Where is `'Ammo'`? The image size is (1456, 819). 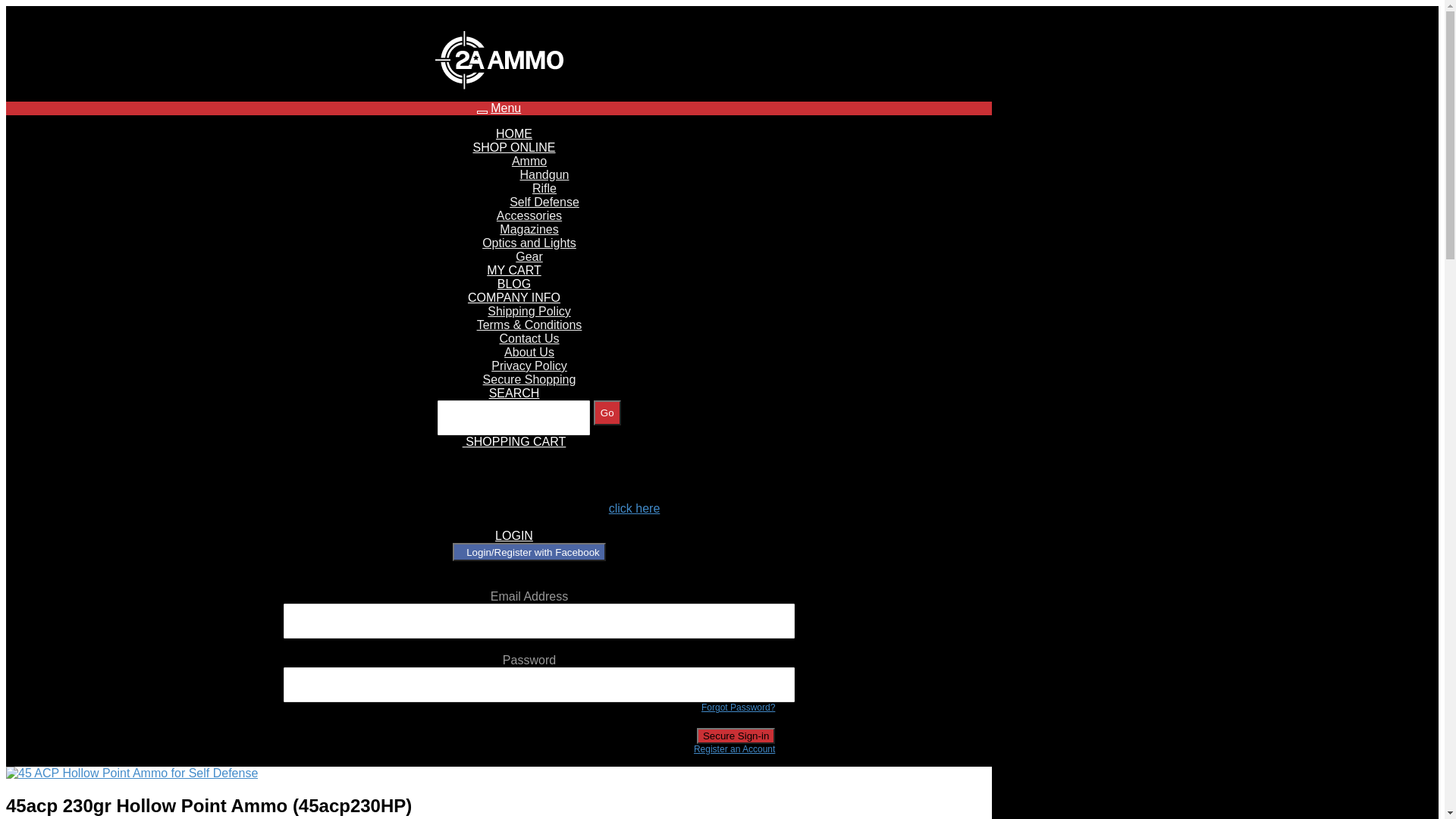 'Ammo' is located at coordinates (529, 161).